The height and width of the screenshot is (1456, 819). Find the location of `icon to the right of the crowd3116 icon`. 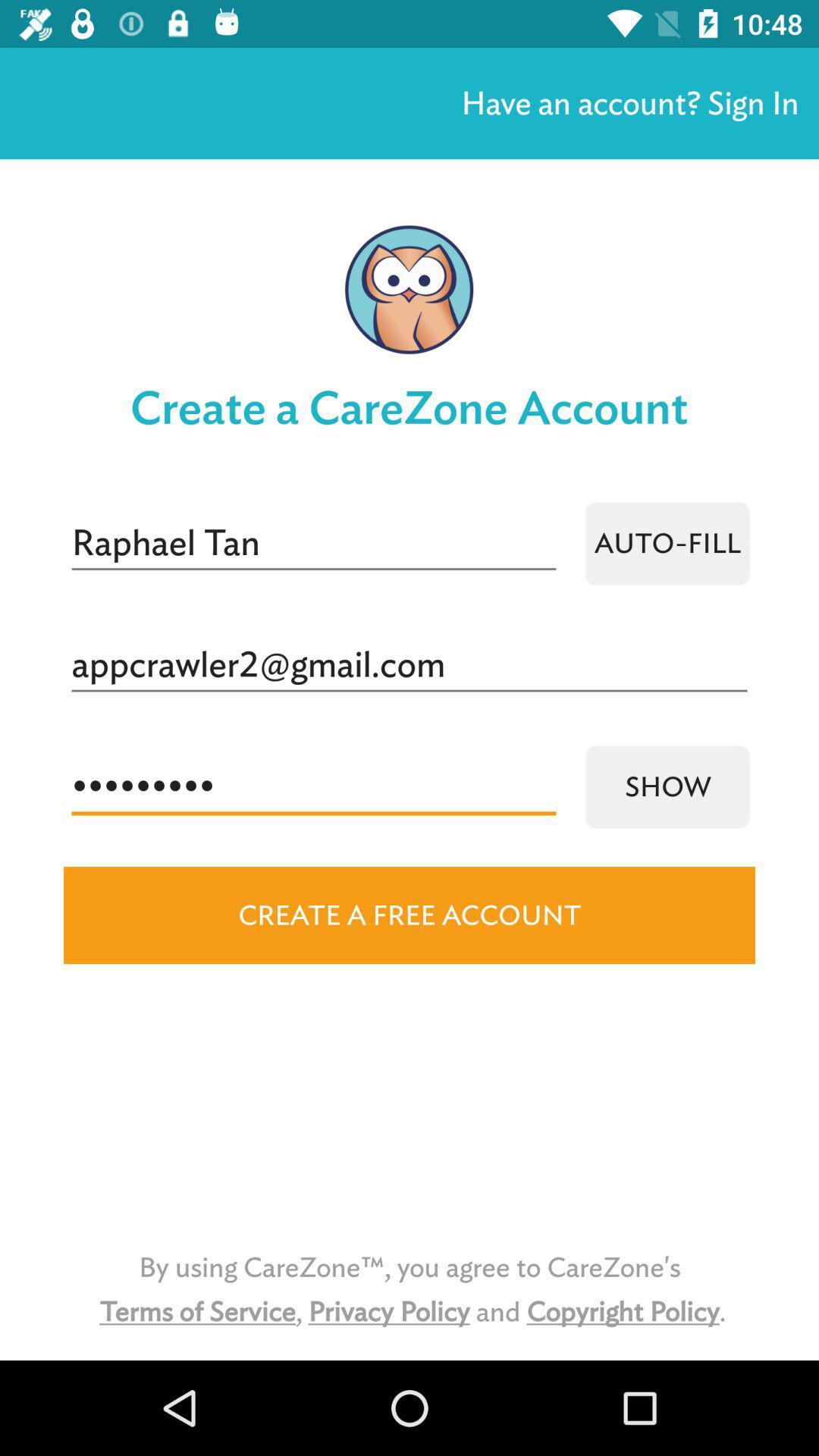

icon to the right of the crowd3116 icon is located at coordinates (667, 786).